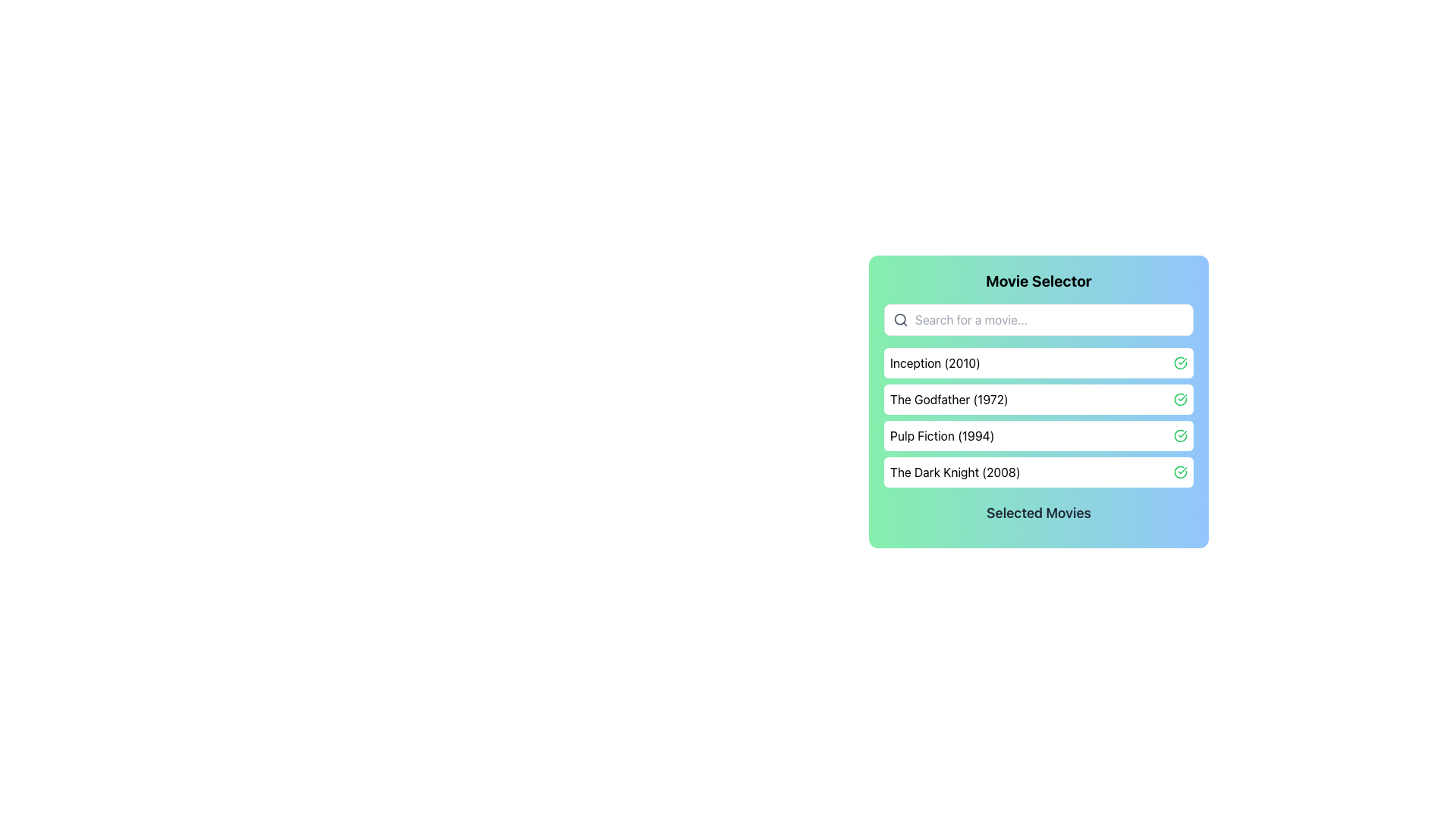  Describe the element at coordinates (1179, 399) in the screenshot. I see `the checkmark icon inside a green circle, located to the far-right of the row for 'The Godfather (1972)'` at that location.